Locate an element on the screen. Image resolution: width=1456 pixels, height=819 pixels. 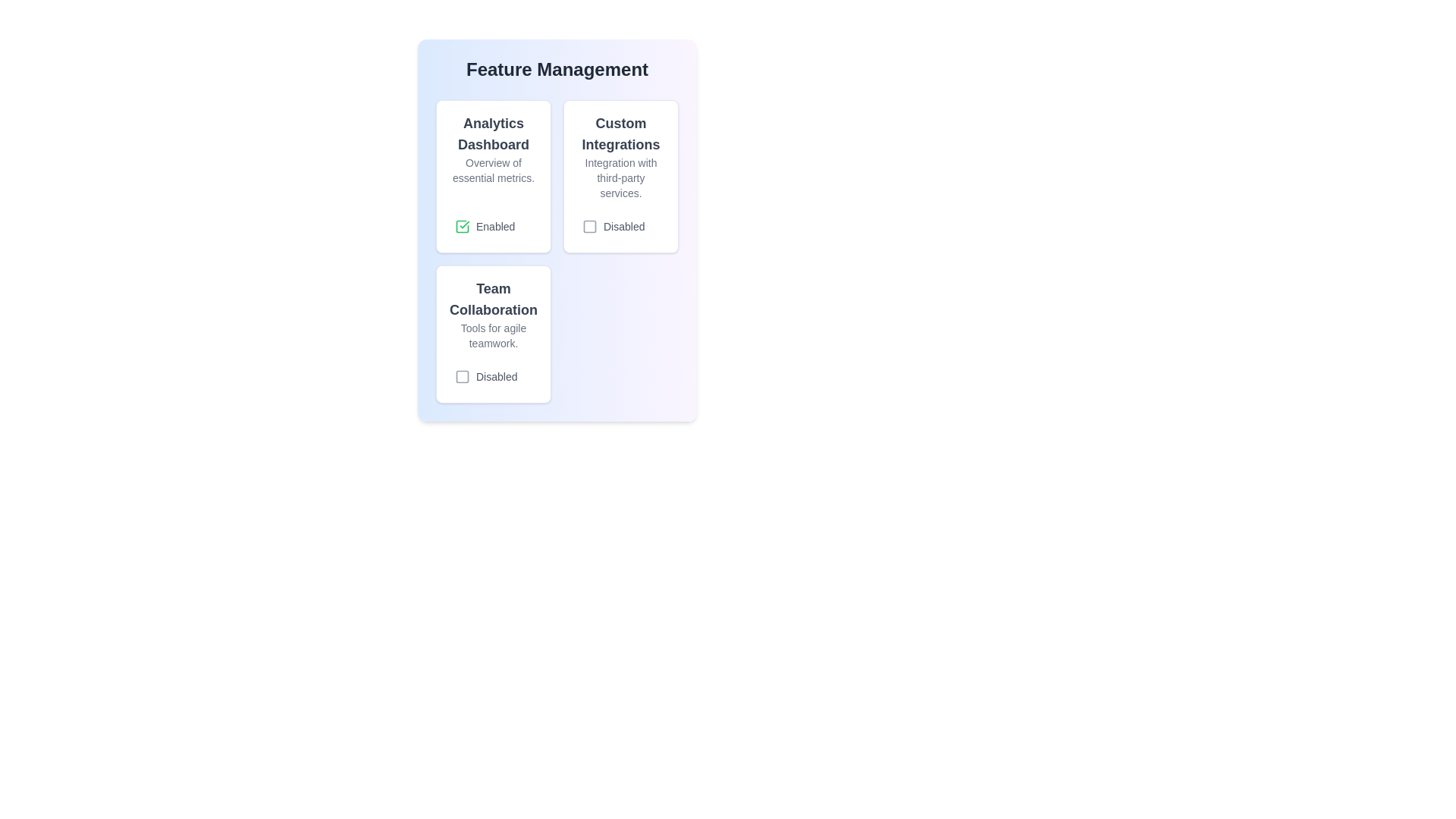
the text label displaying 'Analytics Dashboard' in bold, dark gray font at the top of the card is located at coordinates (494, 133).